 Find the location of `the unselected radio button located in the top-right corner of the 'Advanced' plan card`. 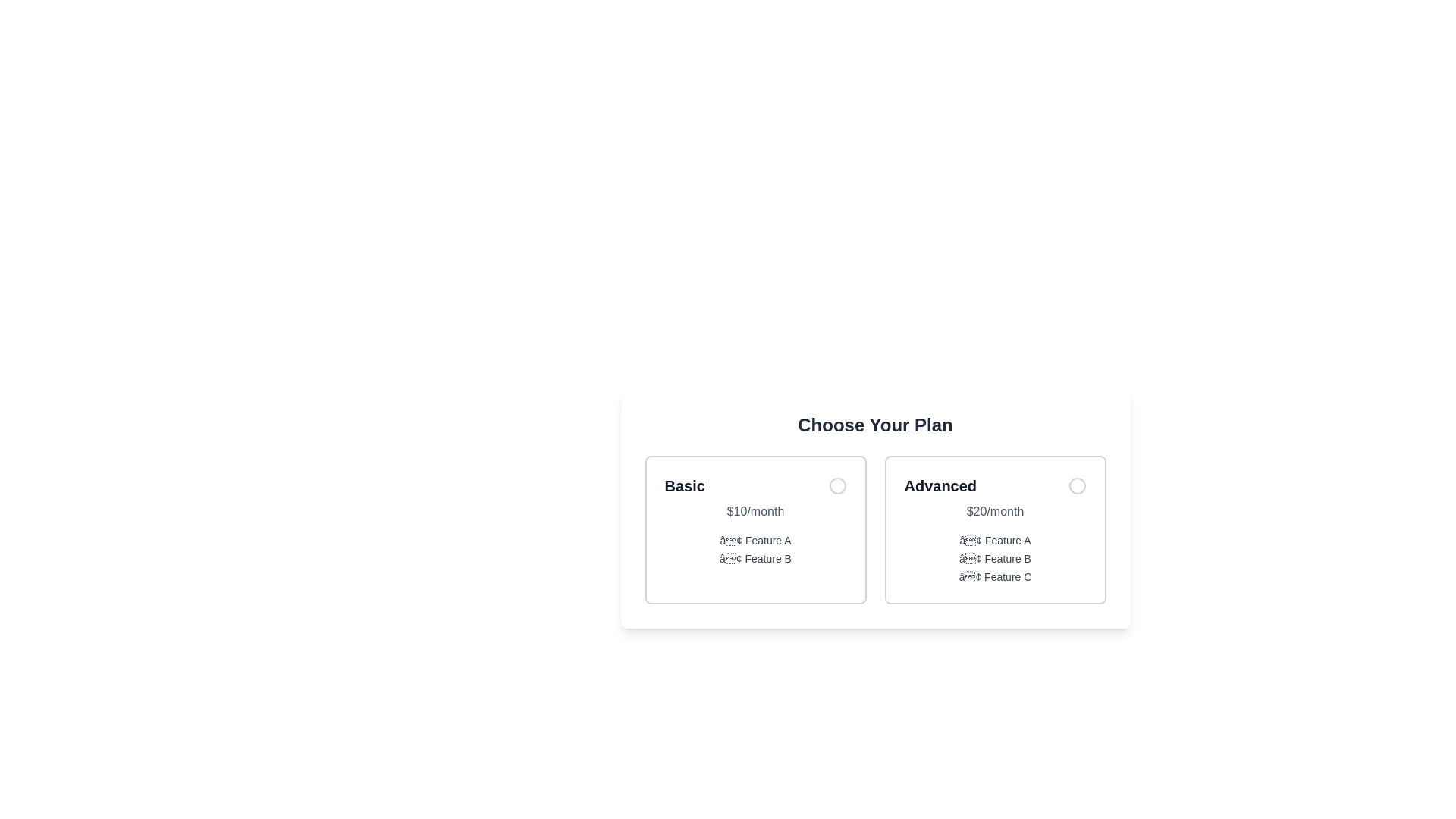

the unselected radio button located in the top-right corner of the 'Advanced' plan card is located at coordinates (1076, 485).